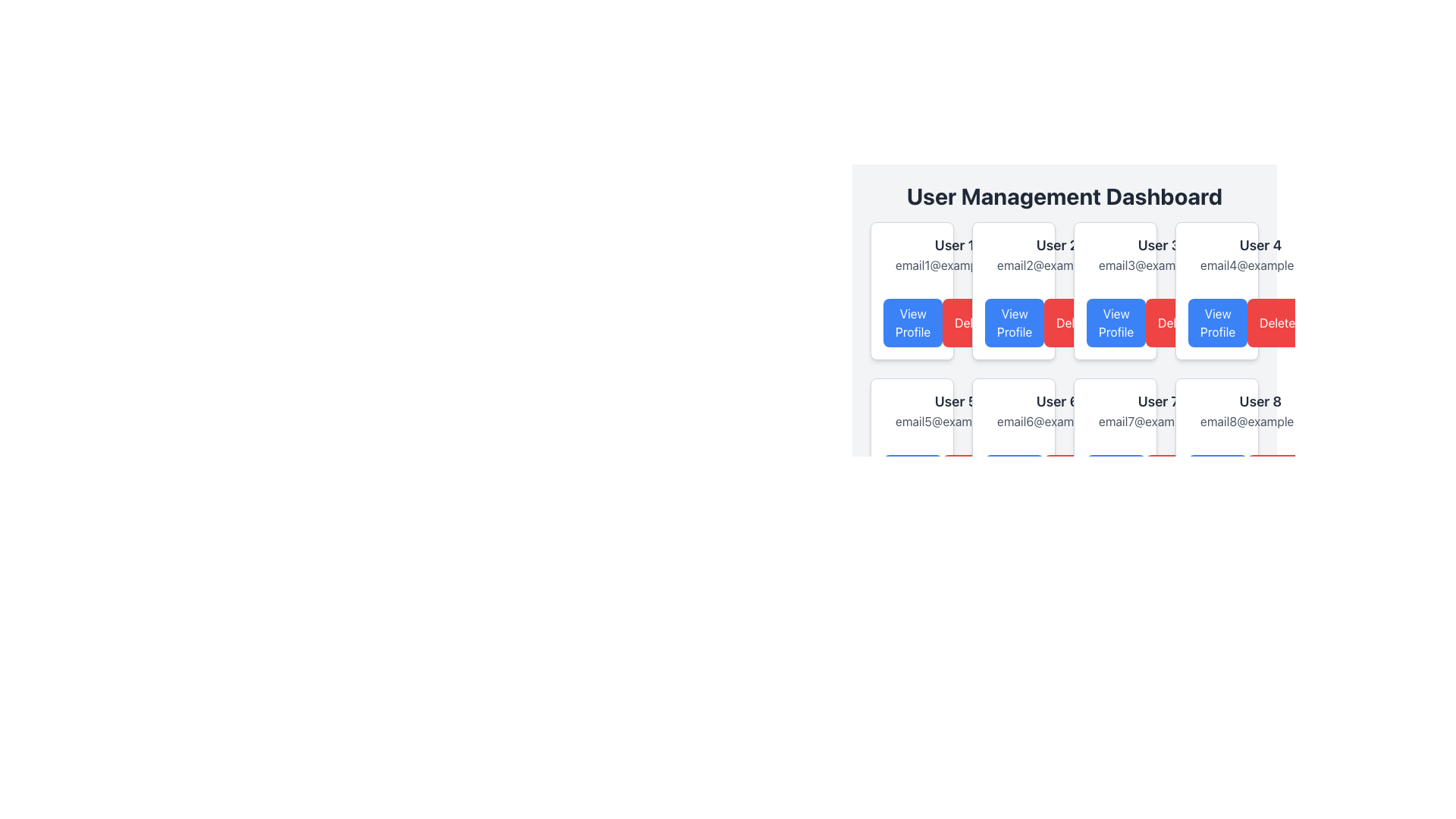  Describe the element at coordinates (1116, 322) in the screenshot. I see `the 'View Profile' button associated with 'User 3'` at that location.